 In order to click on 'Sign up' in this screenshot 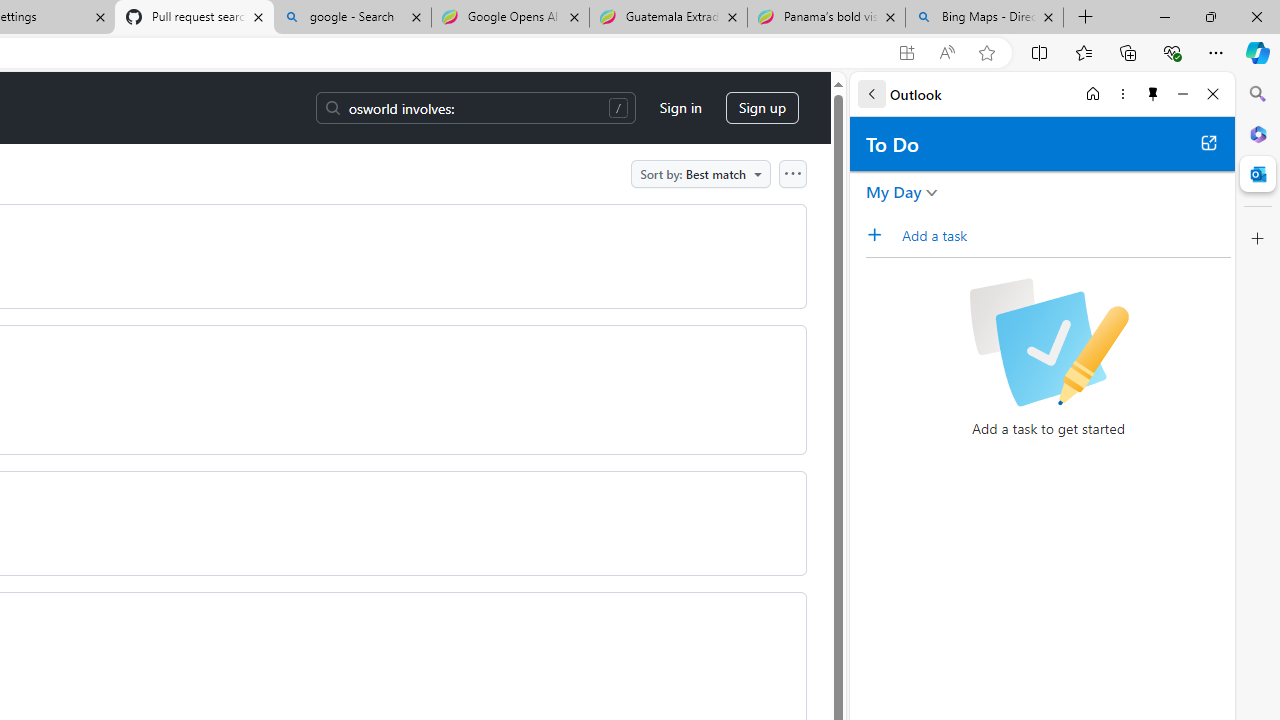, I will do `click(761, 108)`.